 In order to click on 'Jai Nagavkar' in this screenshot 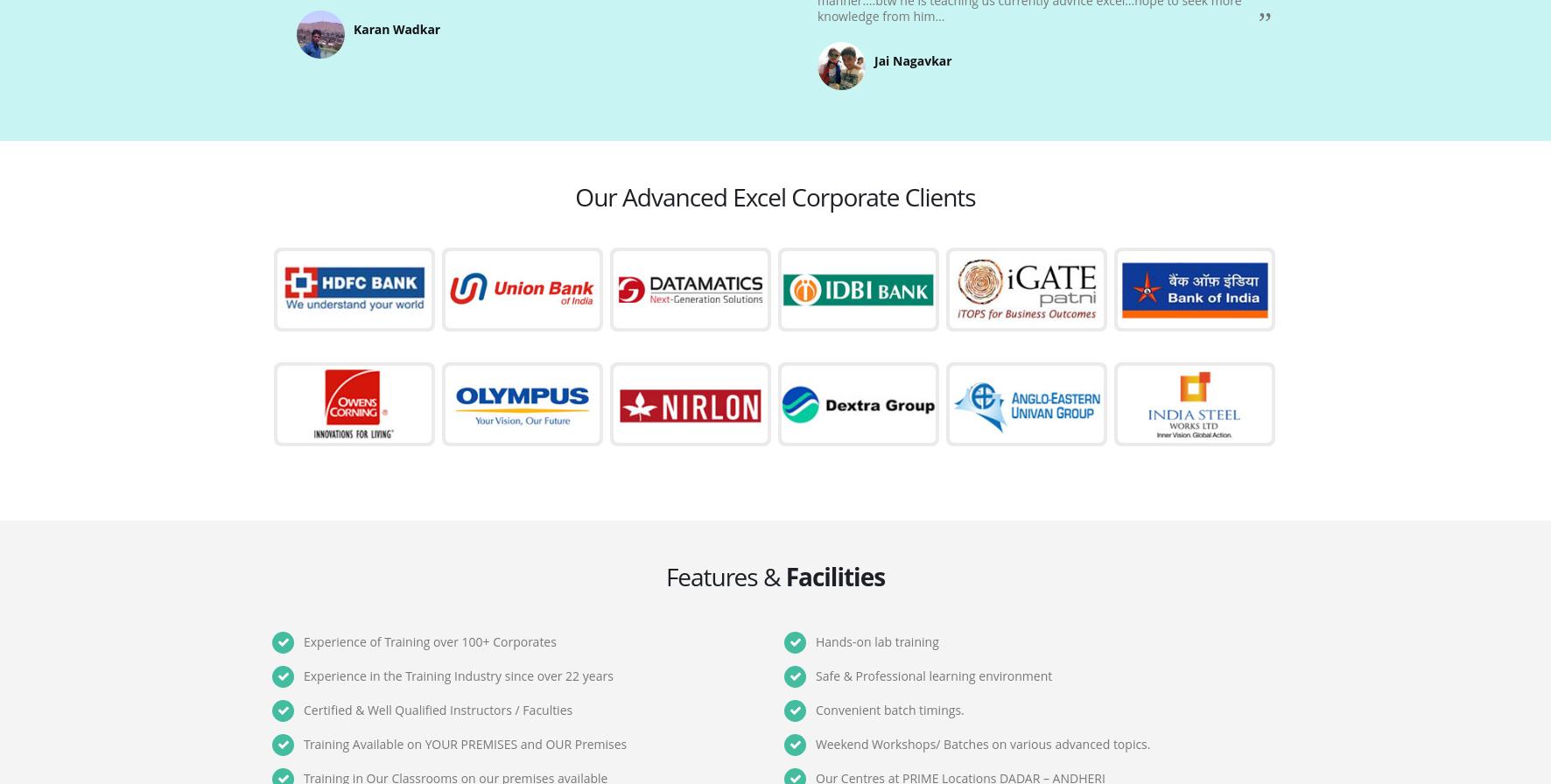, I will do `click(912, 60)`.